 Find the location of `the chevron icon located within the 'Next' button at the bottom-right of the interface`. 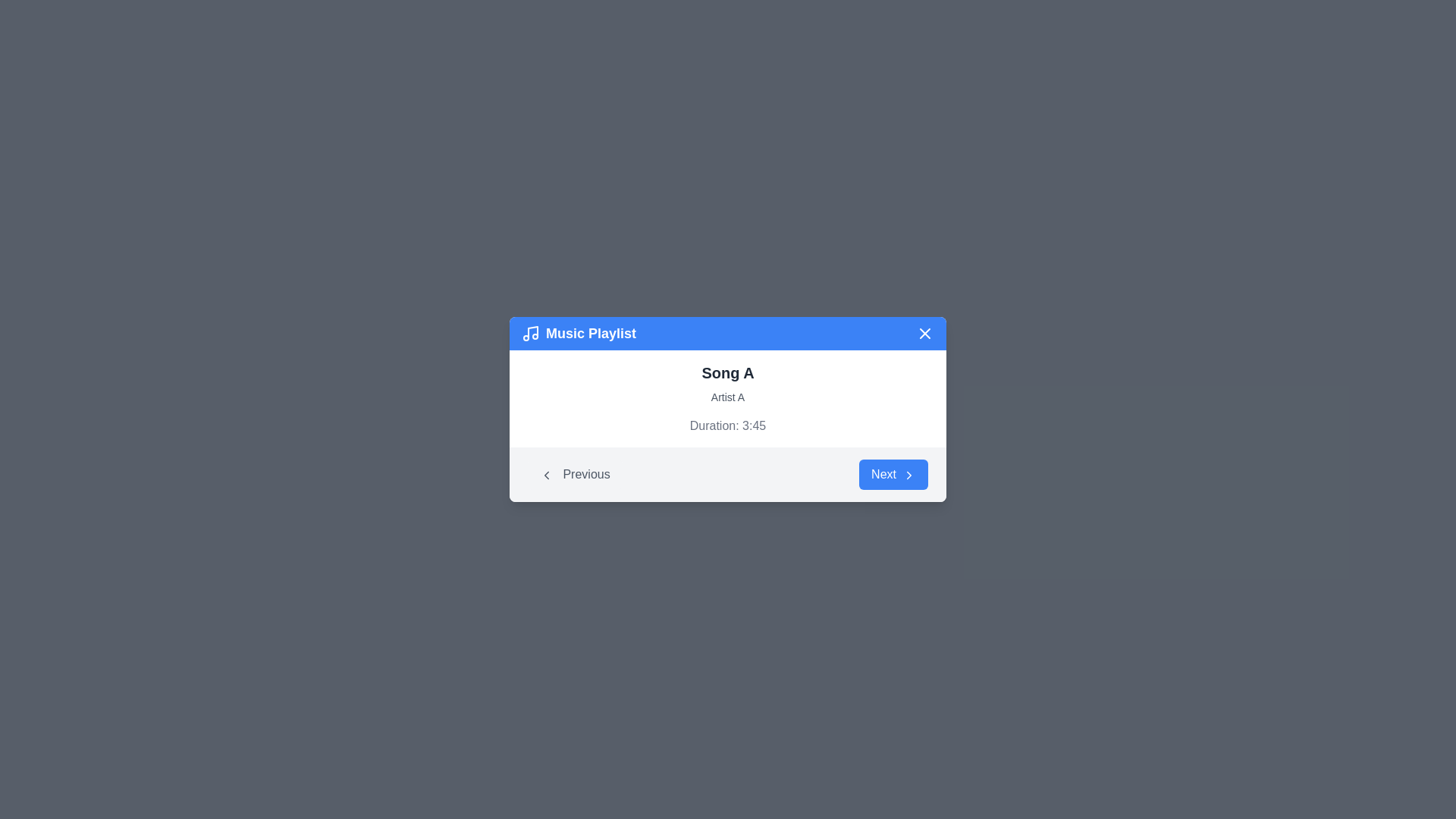

the chevron icon located within the 'Next' button at the bottom-right of the interface is located at coordinates (909, 473).